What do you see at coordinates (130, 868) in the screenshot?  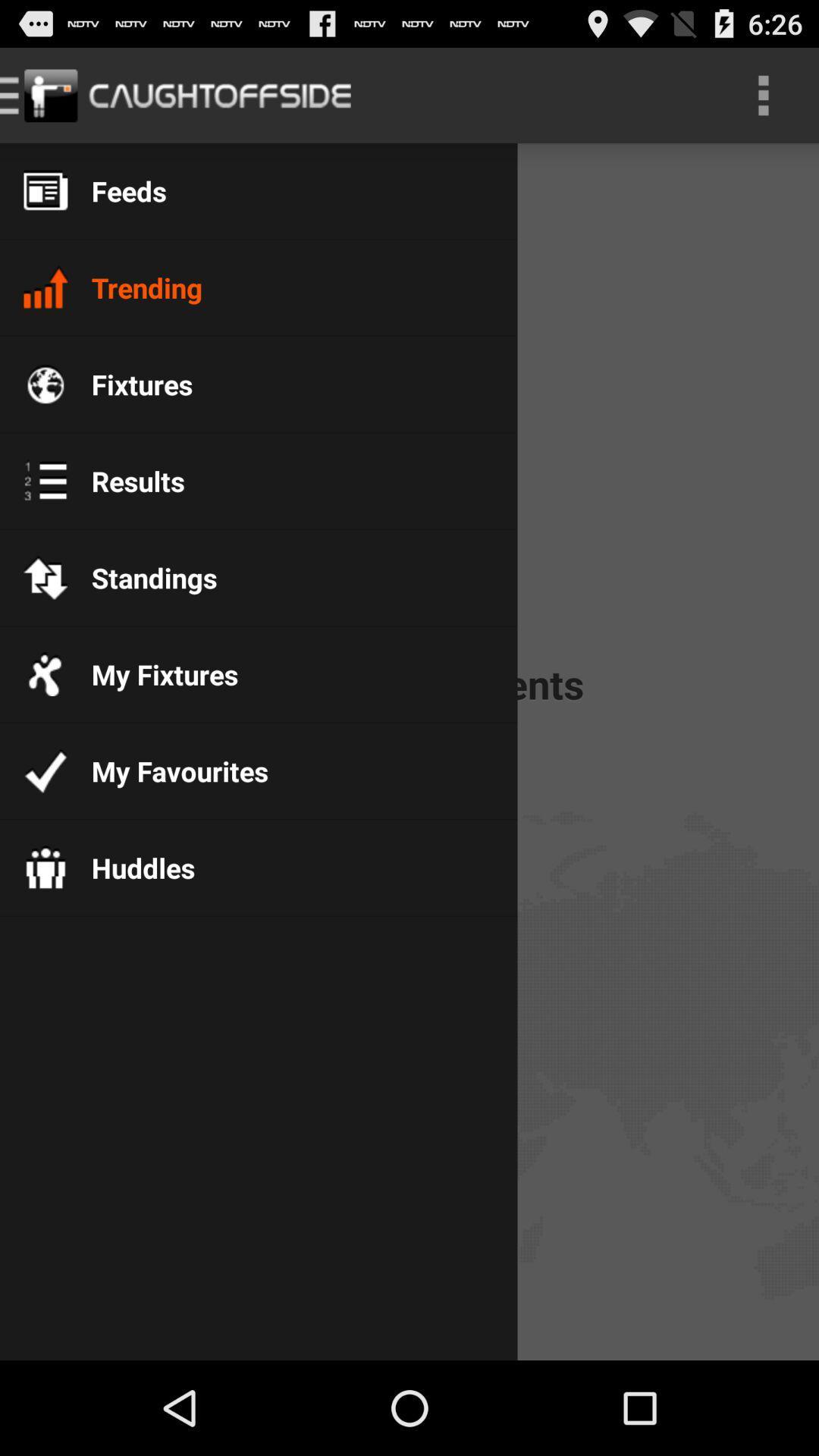 I see `the huddles item` at bounding box center [130, 868].